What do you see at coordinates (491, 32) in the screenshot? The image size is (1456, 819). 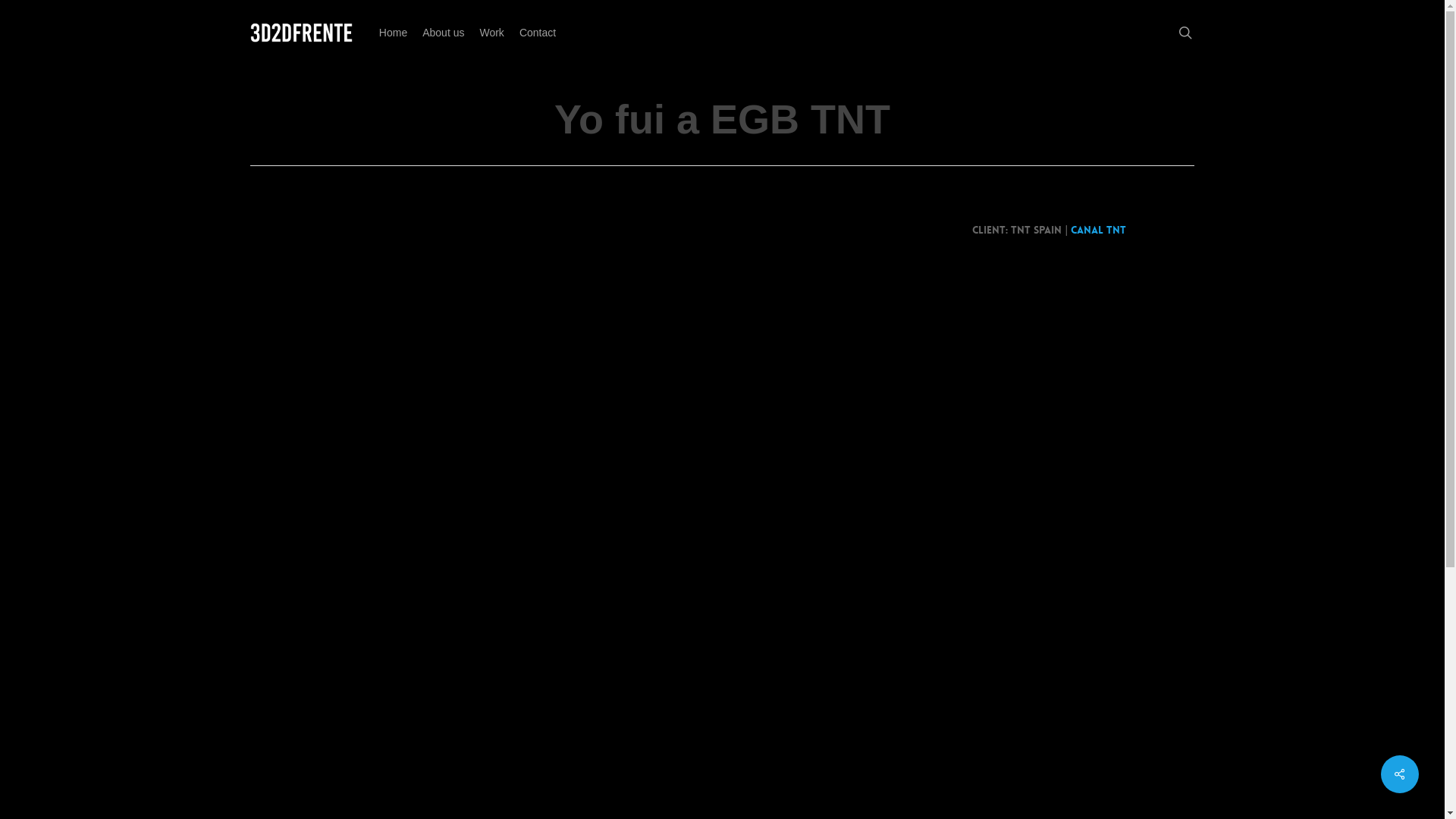 I see `'Work'` at bounding box center [491, 32].